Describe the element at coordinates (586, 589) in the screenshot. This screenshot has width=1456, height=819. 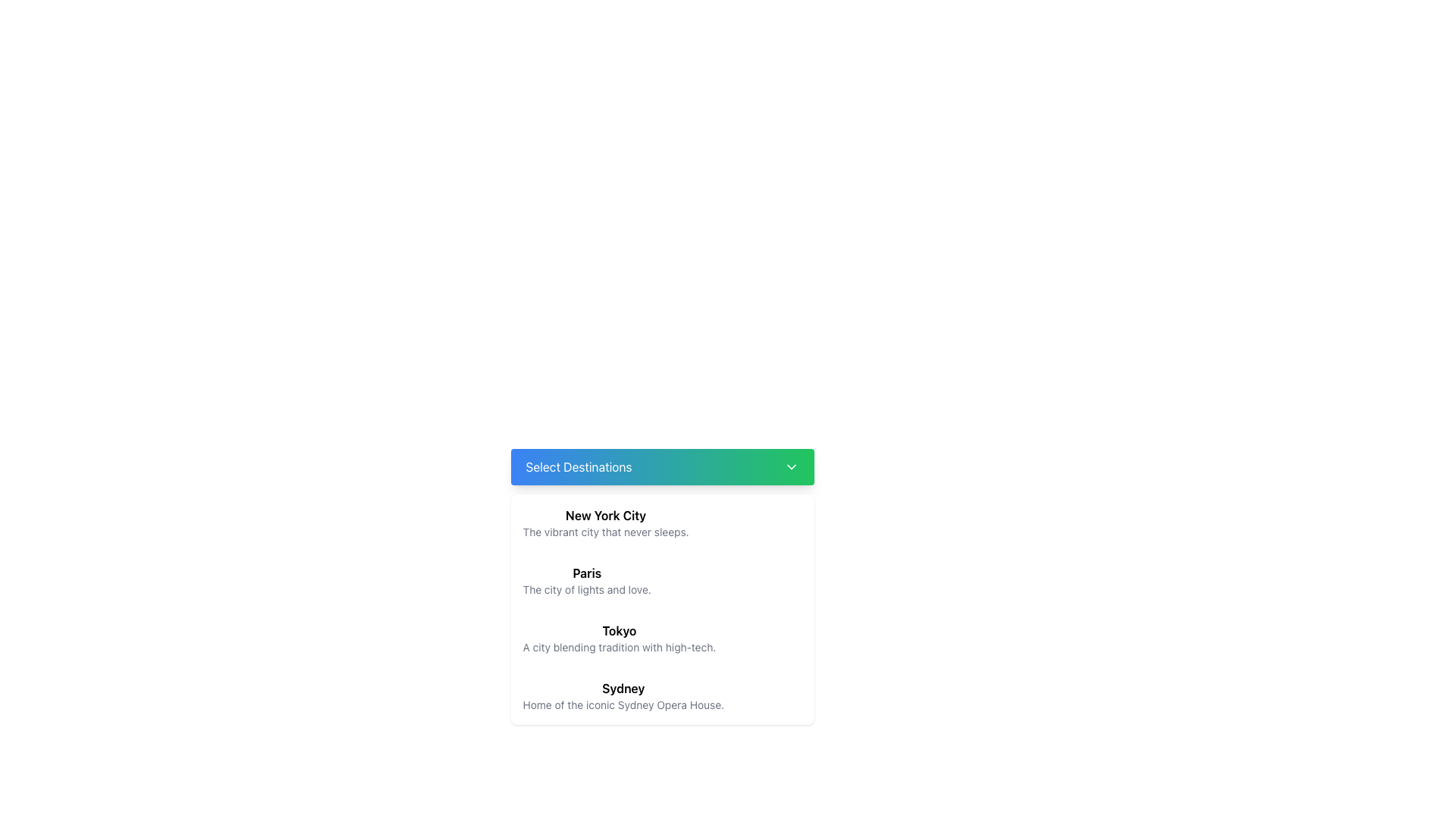
I see `the descriptive text about 'Paris' located in the dropdown list beneath the 'Select Destinations' header` at that location.